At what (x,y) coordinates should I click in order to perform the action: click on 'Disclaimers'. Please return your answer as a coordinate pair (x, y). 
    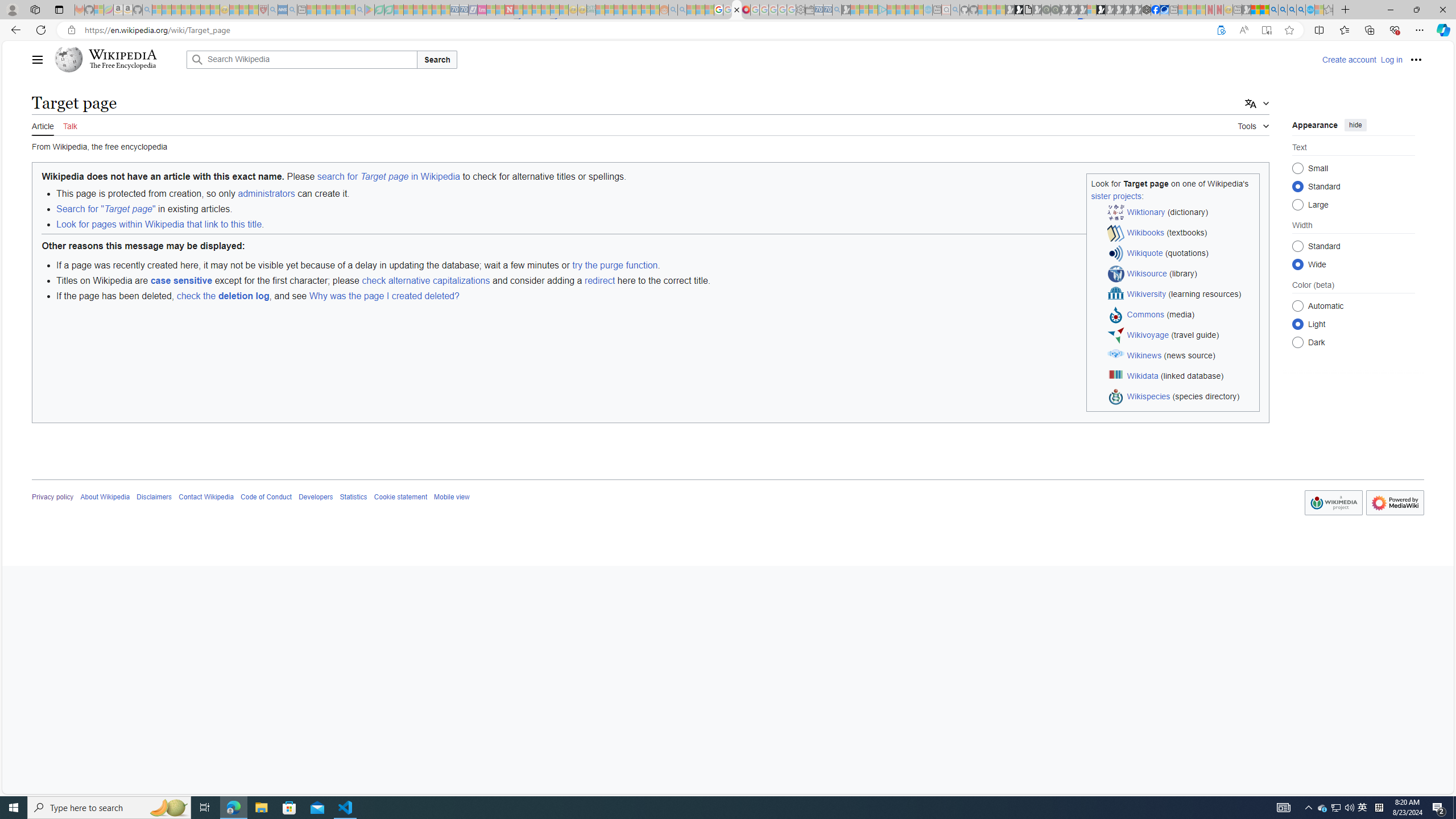
    Looking at the image, I should click on (154, 497).